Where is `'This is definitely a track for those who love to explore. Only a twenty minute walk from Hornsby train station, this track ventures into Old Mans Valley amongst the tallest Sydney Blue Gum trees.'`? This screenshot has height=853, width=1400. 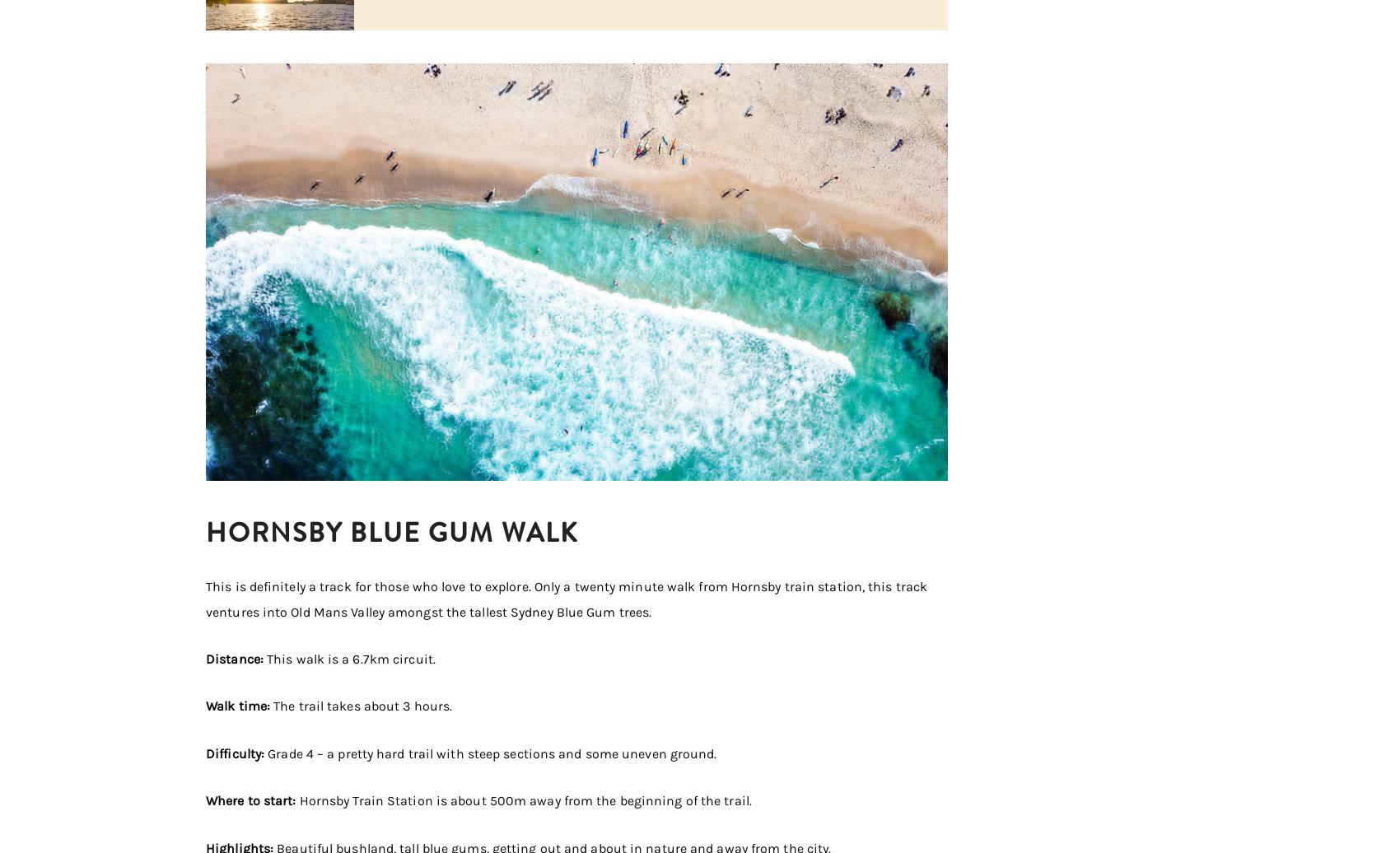 'This is definitely a track for those who love to explore. Only a twenty minute walk from Hornsby train station, this track ventures into Old Mans Valley amongst the tallest Sydney Blue Gum trees.' is located at coordinates (566, 599).